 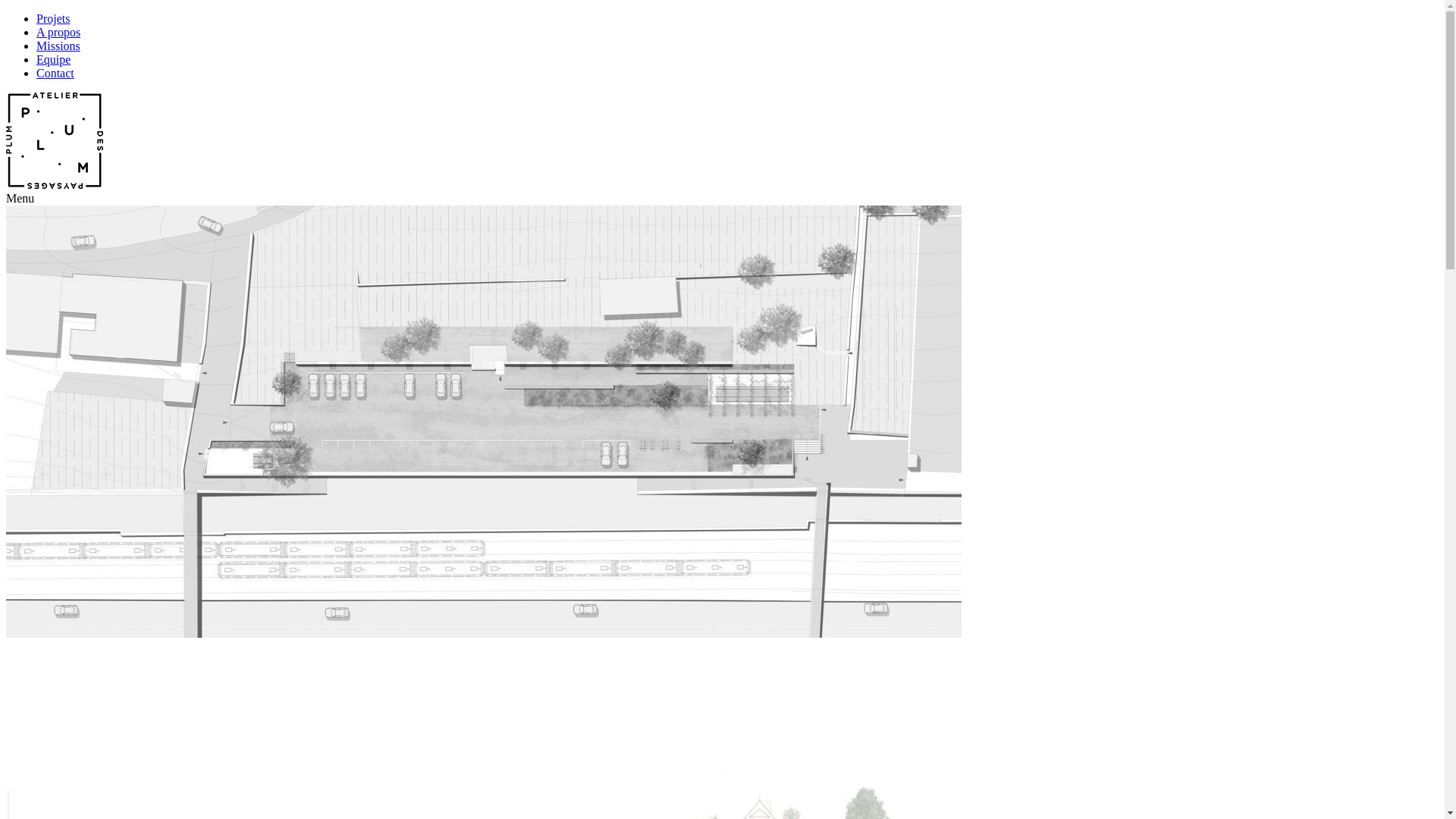 I want to click on 'Equipe', so click(x=36, y=58).